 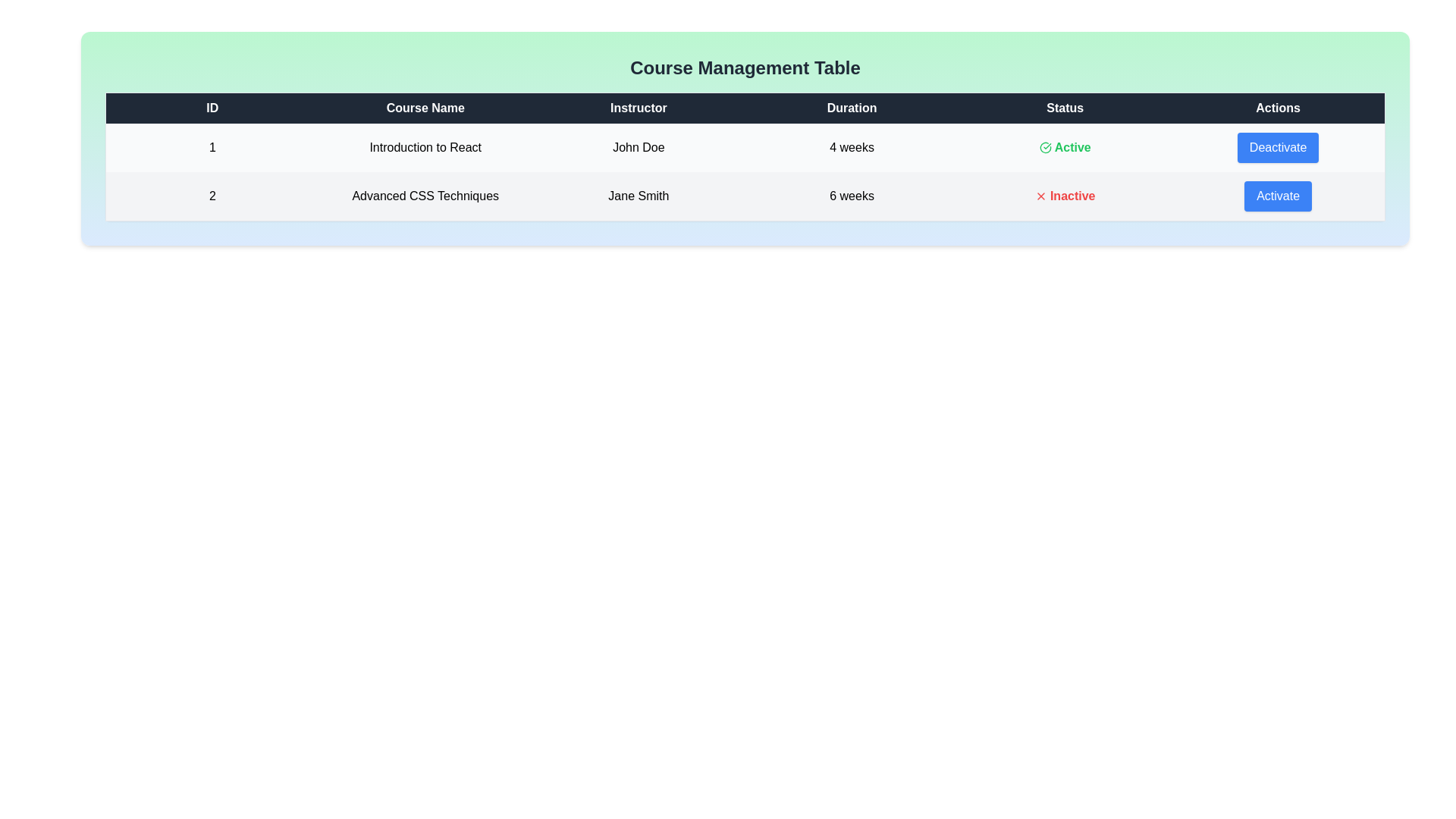 What do you see at coordinates (1064, 196) in the screenshot?
I see `status of the course indicated by the 'Inactive' status with a red cross icon in the second row of the 'Status' column for the course 'Advanced CSS Techniques'` at bounding box center [1064, 196].